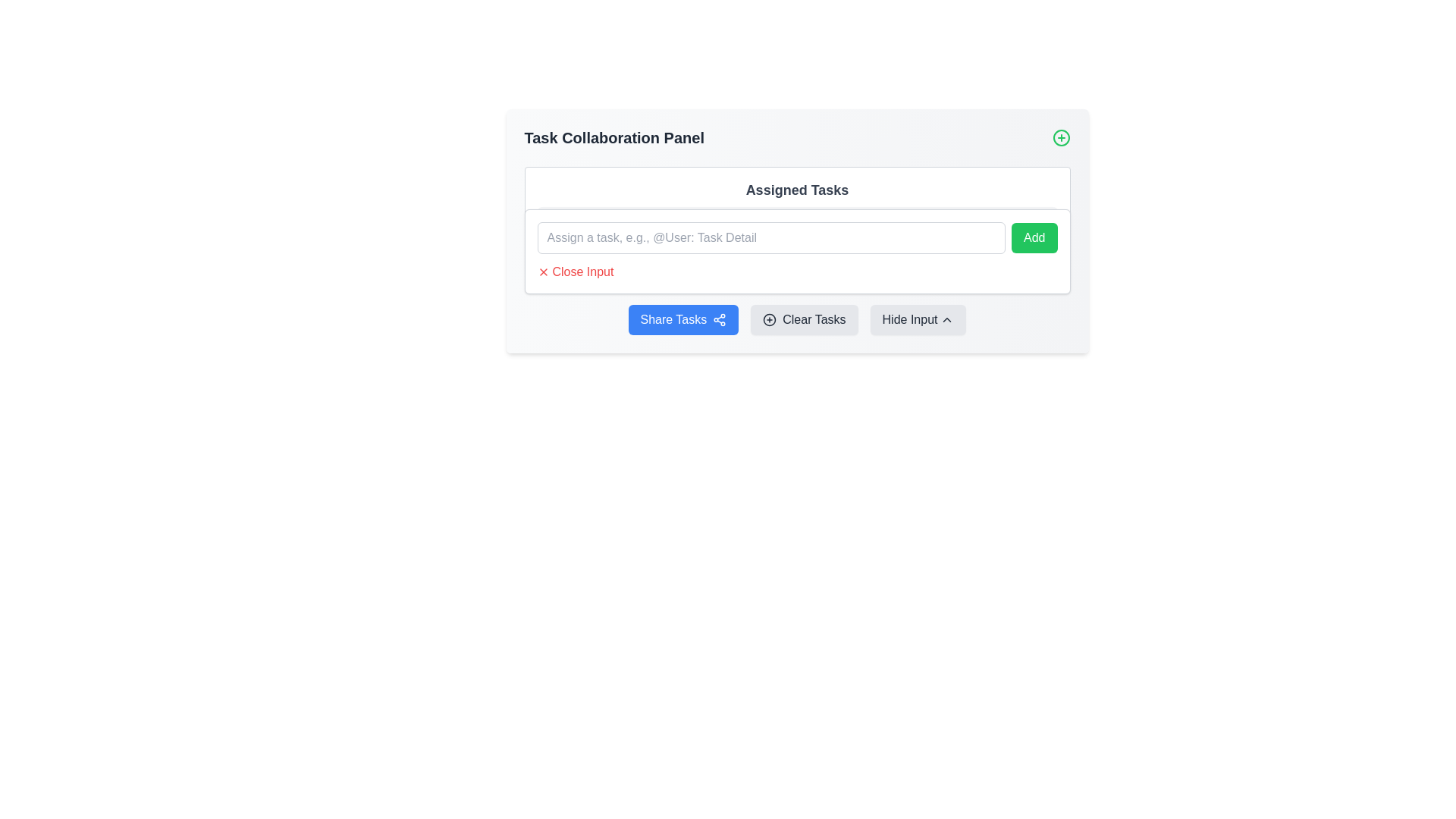 This screenshot has width=1456, height=819. Describe the element at coordinates (770, 318) in the screenshot. I see `the SVG circle element that visually represents the circular plus icon for adding or creating a new item or task, located in the upper-right corner of the main interface panel next to the 'Task Collaboration Panel' label` at that location.